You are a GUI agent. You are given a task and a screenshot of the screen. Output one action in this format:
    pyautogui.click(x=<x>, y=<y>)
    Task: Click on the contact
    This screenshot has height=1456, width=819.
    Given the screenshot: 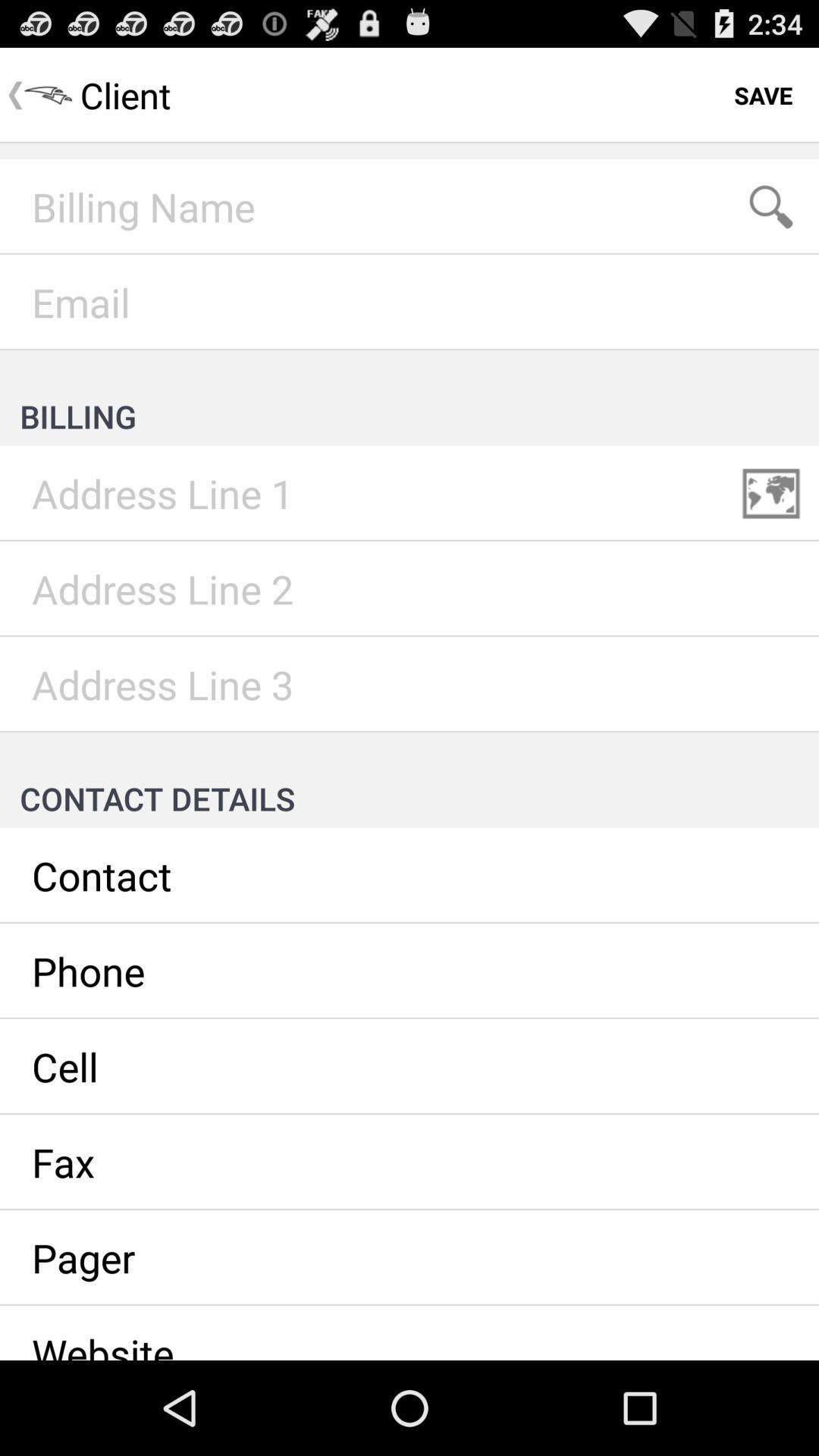 What is the action you would take?
    pyautogui.click(x=409, y=876)
    